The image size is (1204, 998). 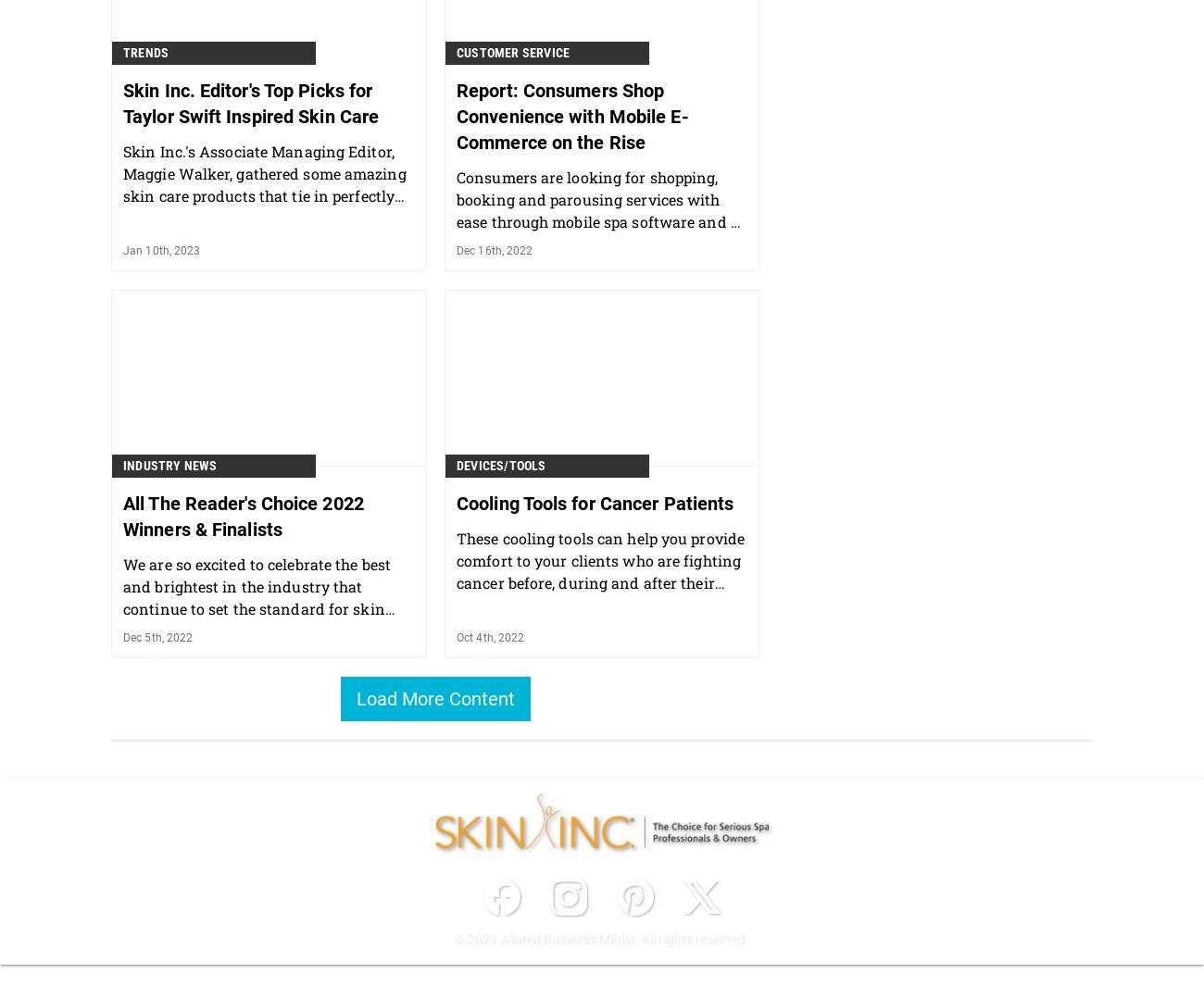 What do you see at coordinates (490, 636) in the screenshot?
I see `'Oct 4th, 2022'` at bounding box center [490, 636].